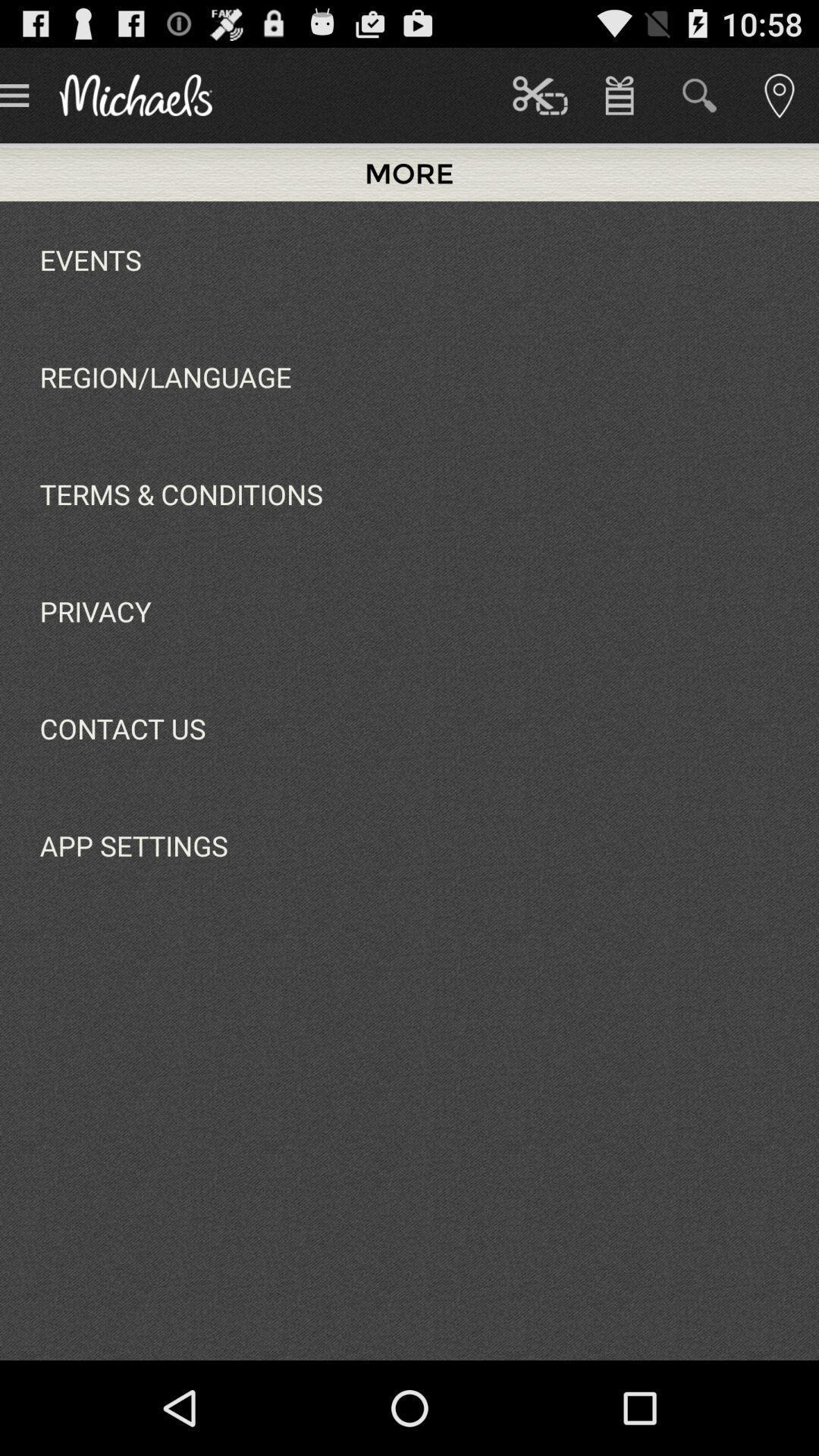 The height and width of the screenshot is (1456, 819). I want to click on icon above app settings icon, so click(122, 728).